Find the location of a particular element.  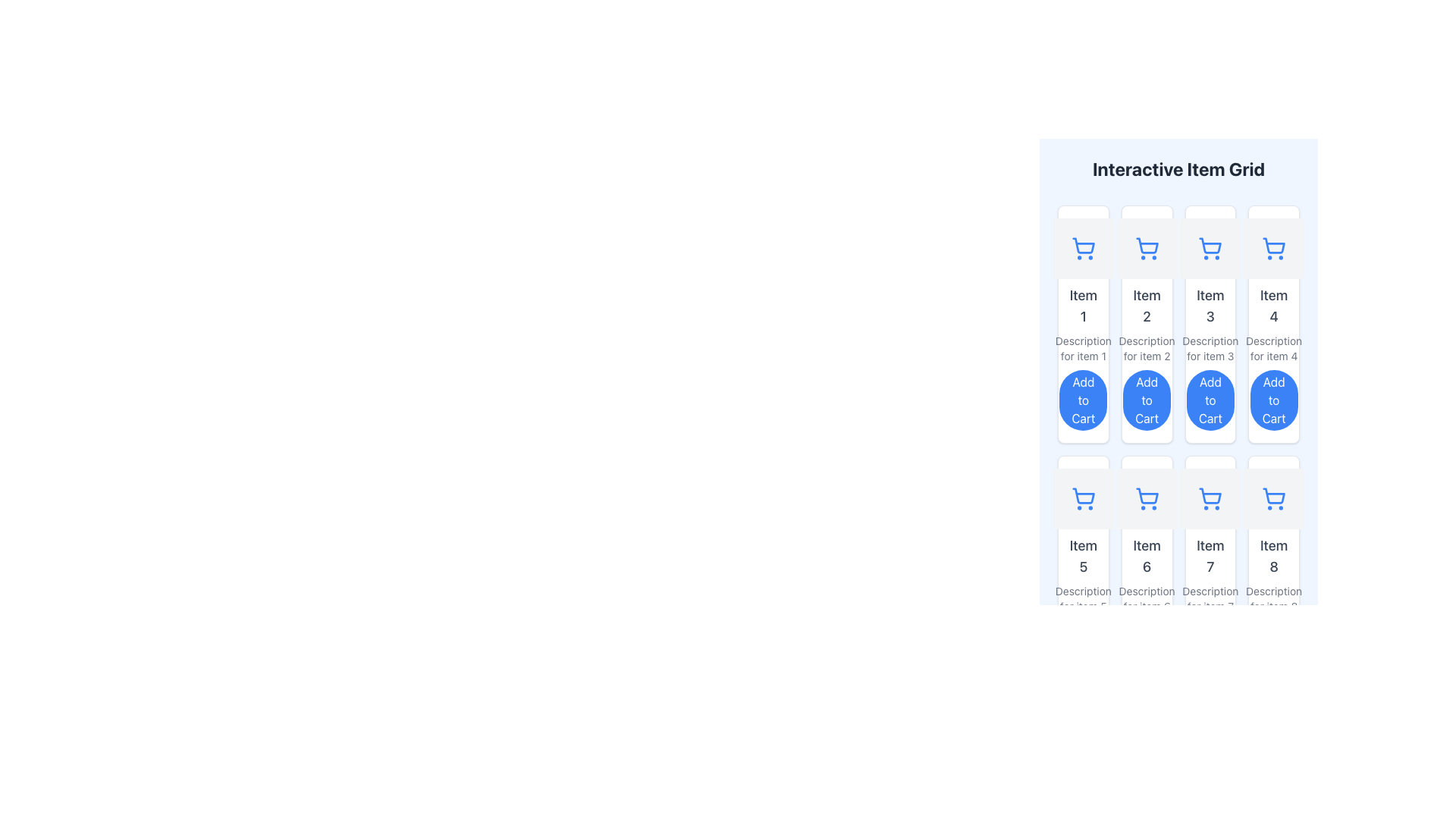

the blue cart icon located in the second row and third column of the grid is located at coordinates (1210, 496).